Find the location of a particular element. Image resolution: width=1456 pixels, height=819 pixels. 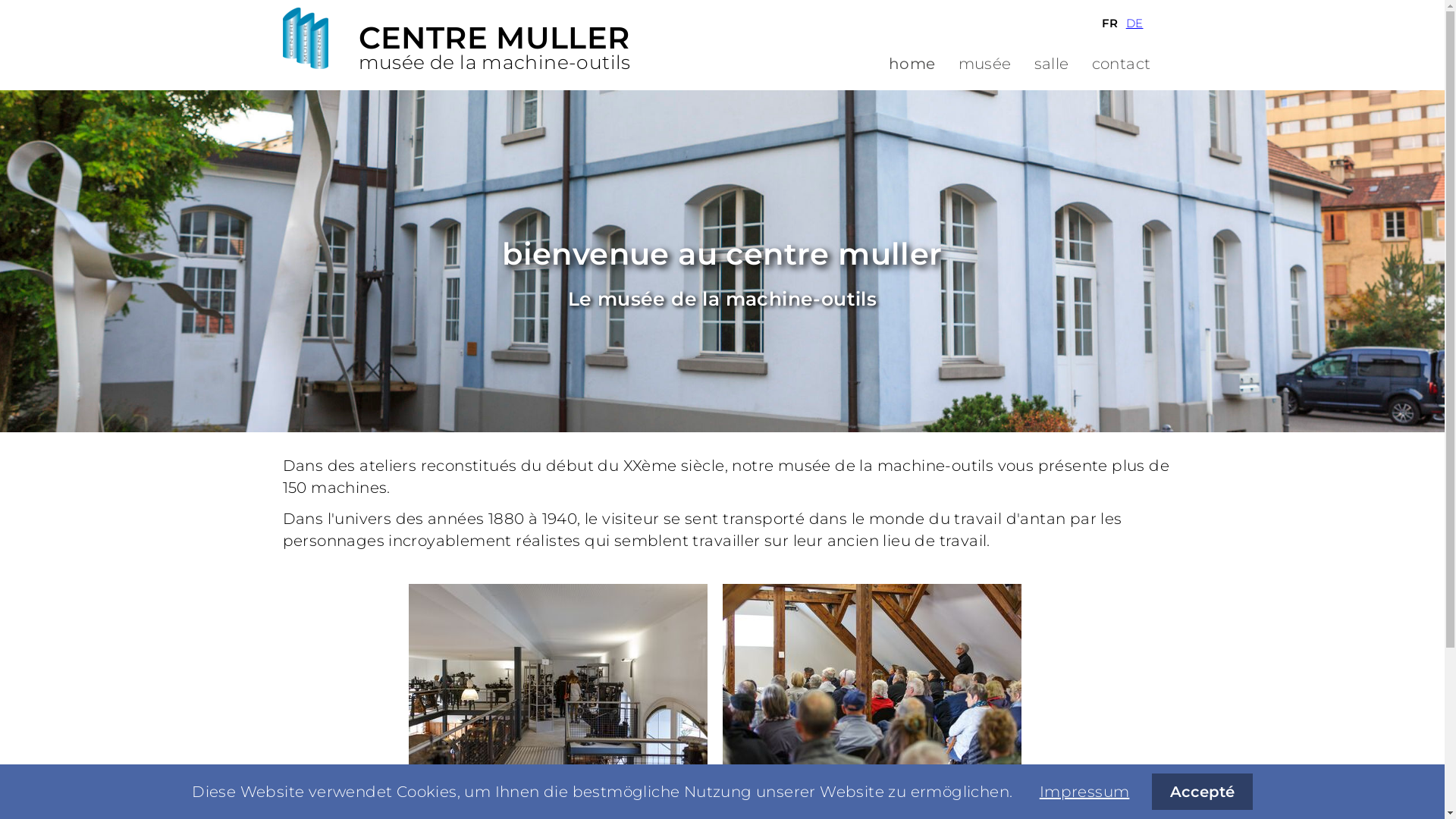

'DE' is located at coordinates (1125, 23).